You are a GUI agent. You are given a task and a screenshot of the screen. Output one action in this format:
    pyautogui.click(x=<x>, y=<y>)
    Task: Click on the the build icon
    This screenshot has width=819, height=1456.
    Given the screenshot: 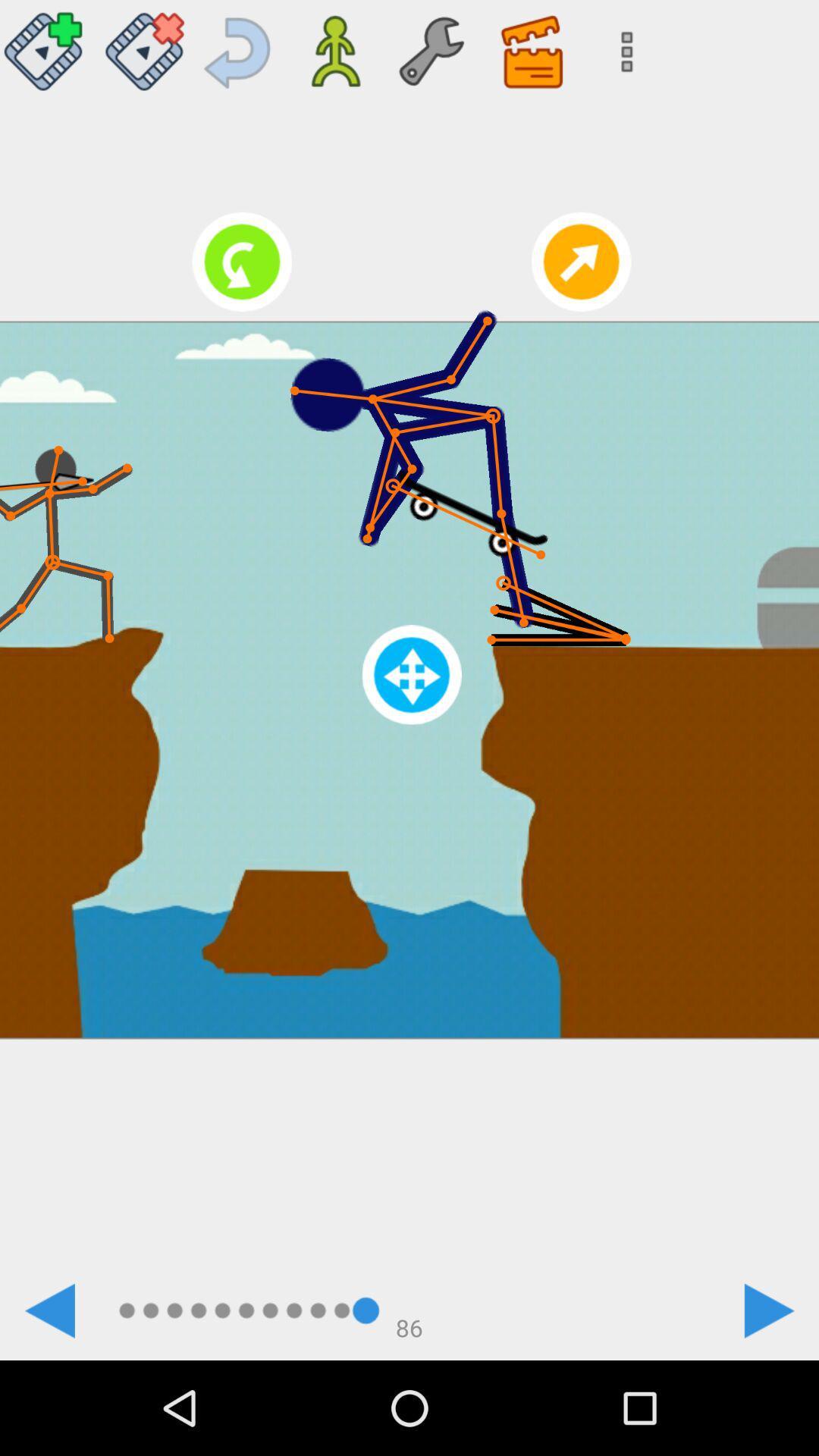 What is the action you would take?
    pyautogui.click(x=431, y=45)
    